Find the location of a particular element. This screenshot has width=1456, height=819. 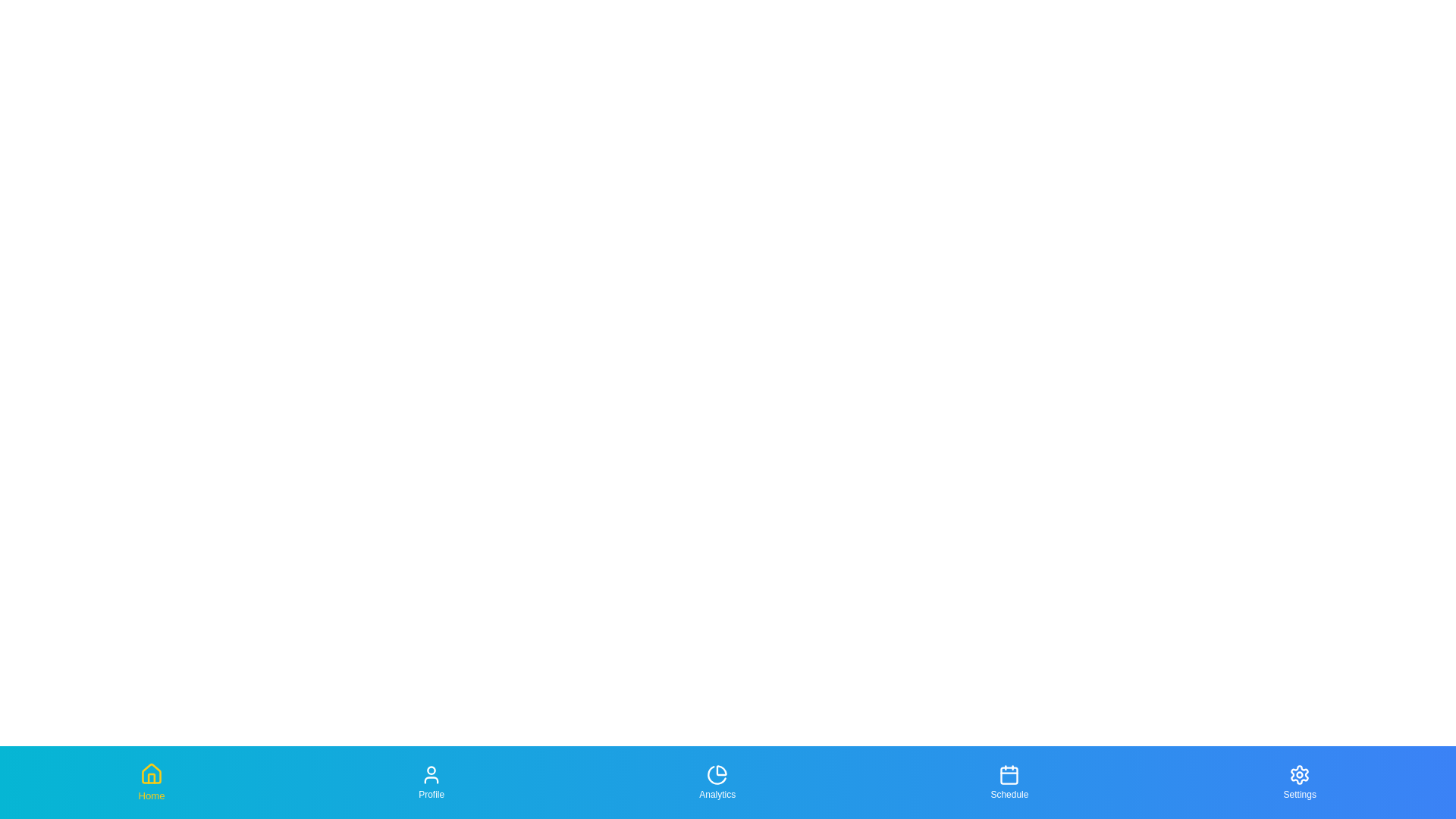

the Home tab in the bottom navigation bar is located at coordinates (152, 783).